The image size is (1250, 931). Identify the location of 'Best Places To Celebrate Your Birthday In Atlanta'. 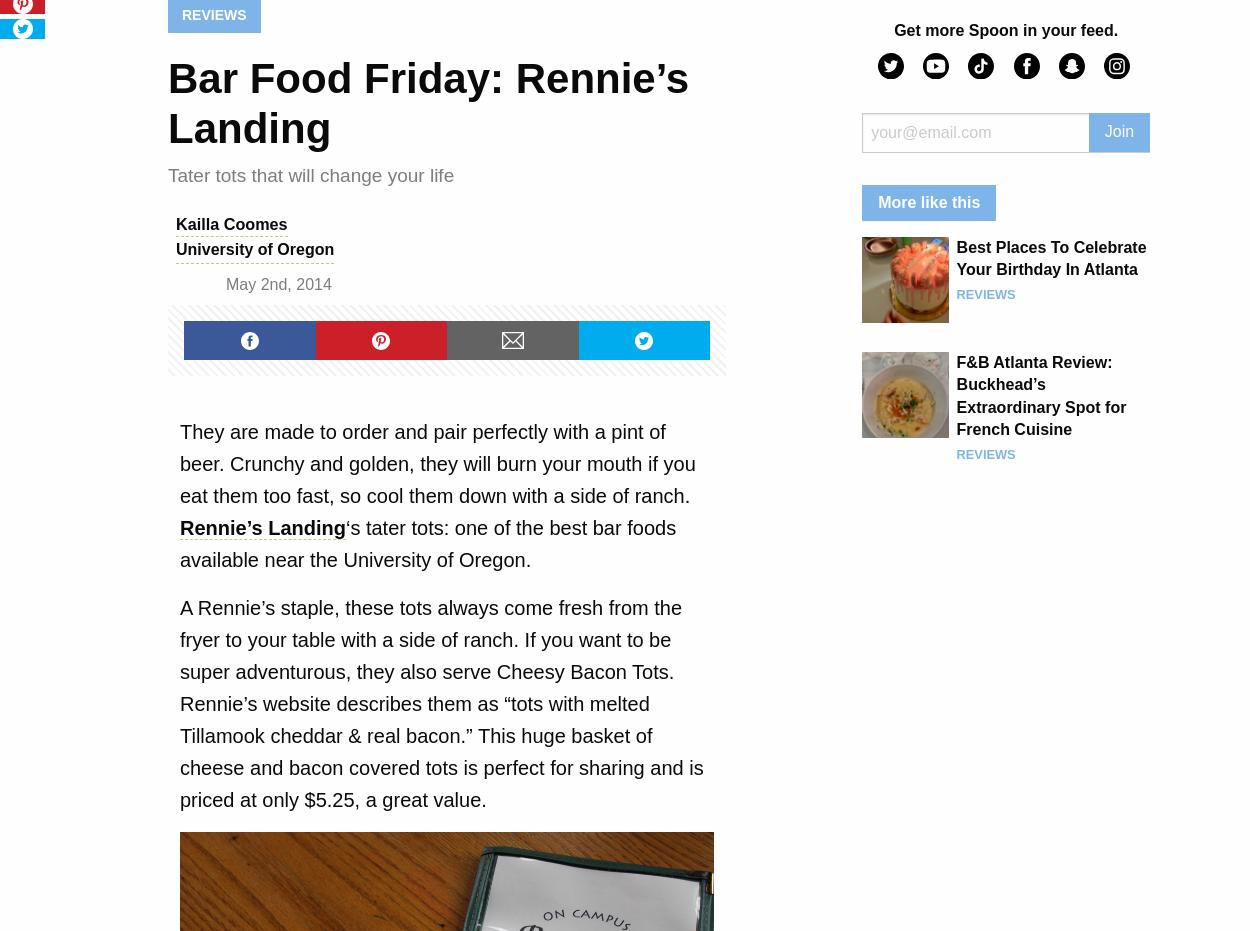
(1051, 257).